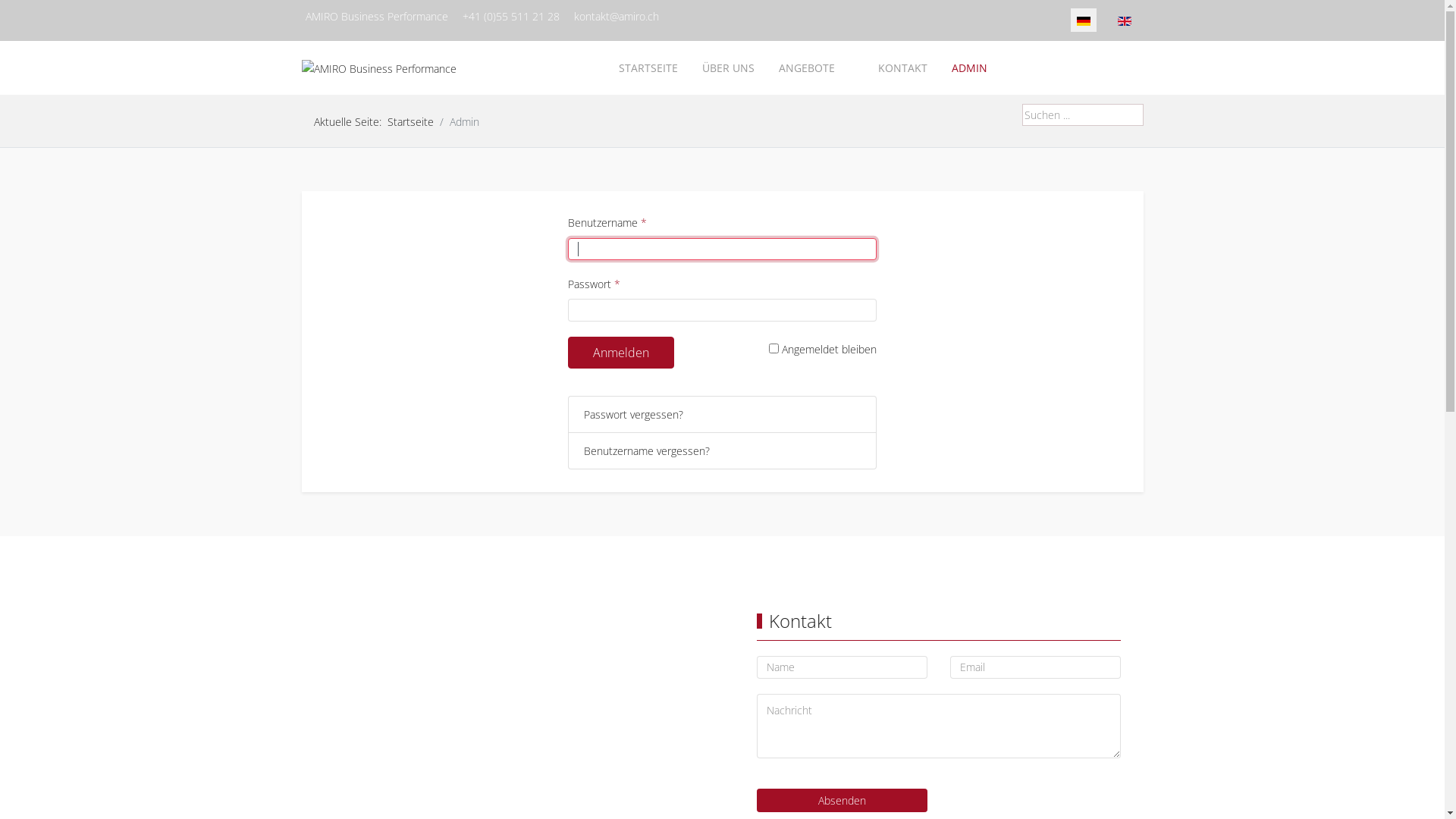 The width and height of the screenshot is (1456, 819). I want to click on 'Startseite', so click(409, 121).